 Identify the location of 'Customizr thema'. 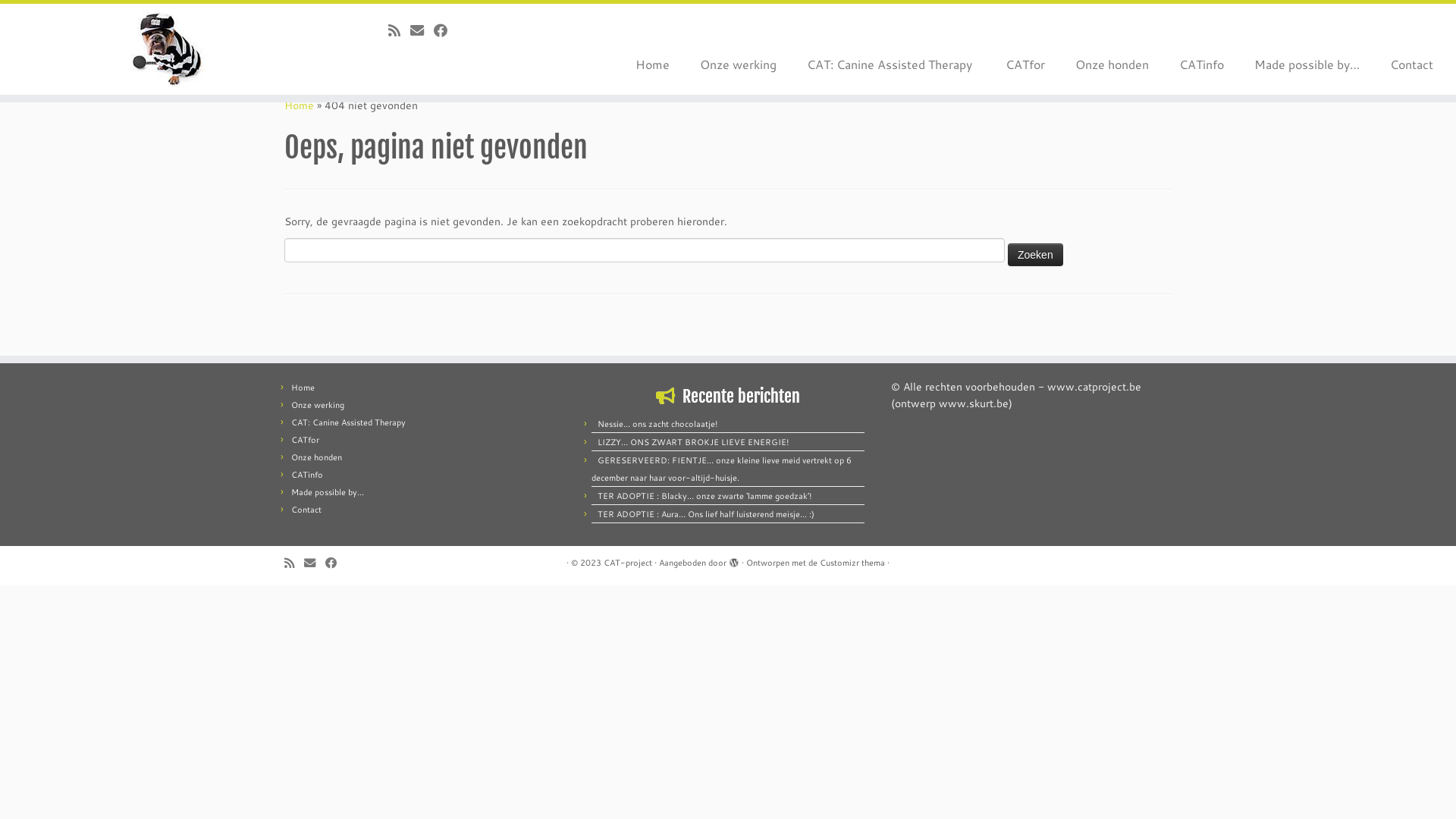
(852, 563).